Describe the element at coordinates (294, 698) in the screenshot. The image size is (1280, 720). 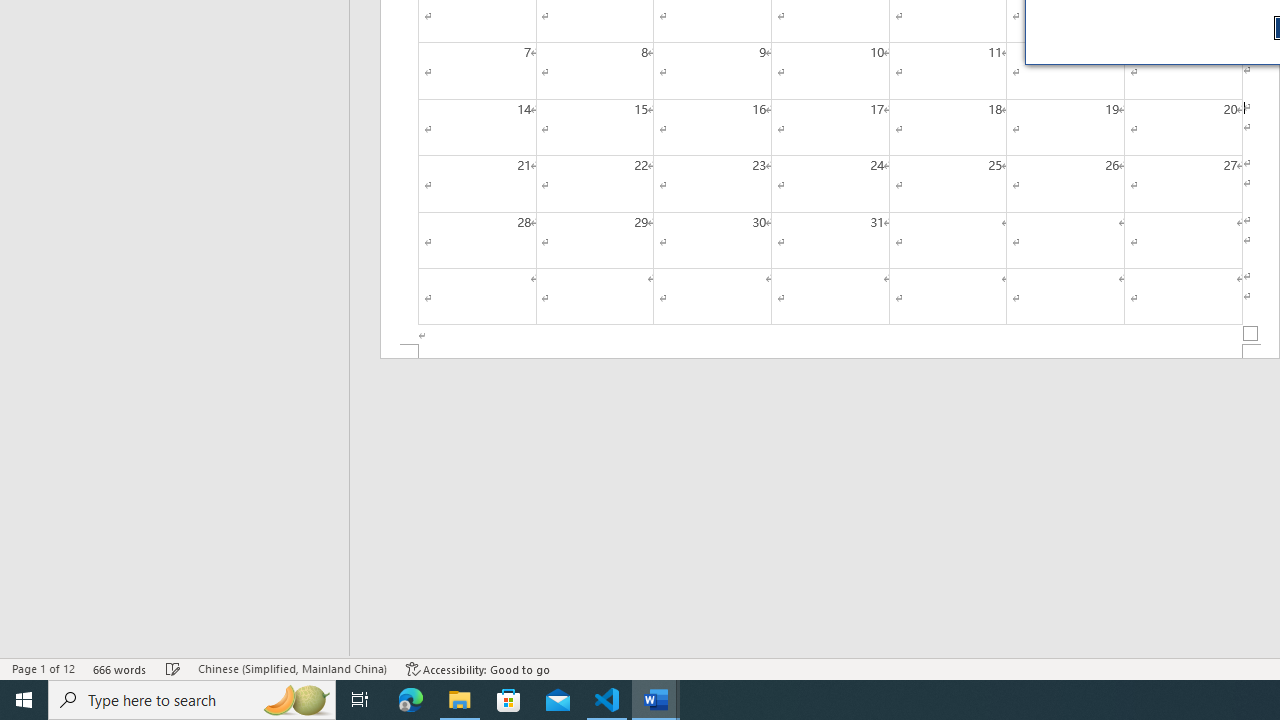
I see `'Search highlights icon opens search home window'` at that location.